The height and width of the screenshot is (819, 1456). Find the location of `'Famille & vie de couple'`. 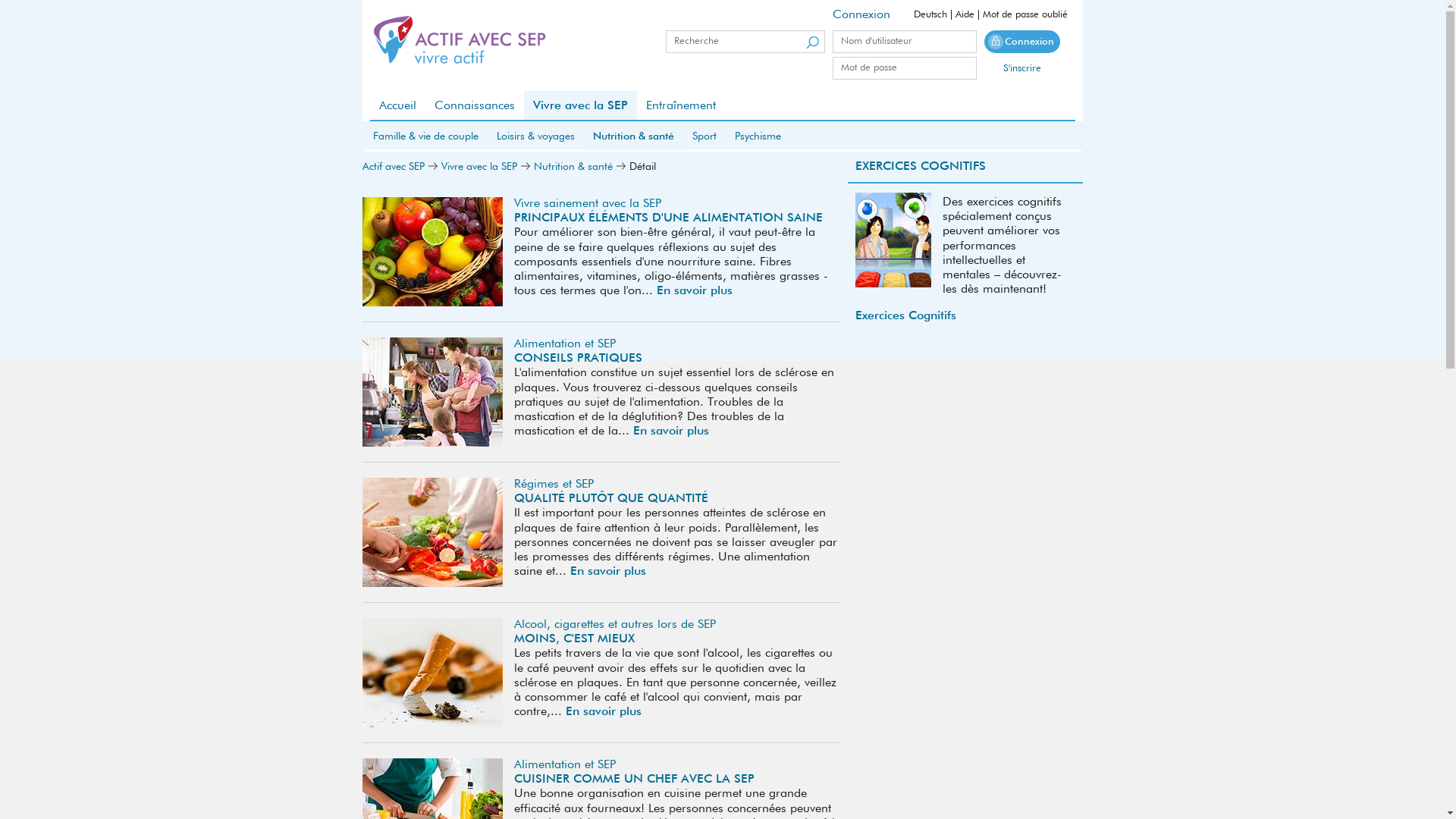

'Famille & vie de couple' is located at coordinates (425, 136).